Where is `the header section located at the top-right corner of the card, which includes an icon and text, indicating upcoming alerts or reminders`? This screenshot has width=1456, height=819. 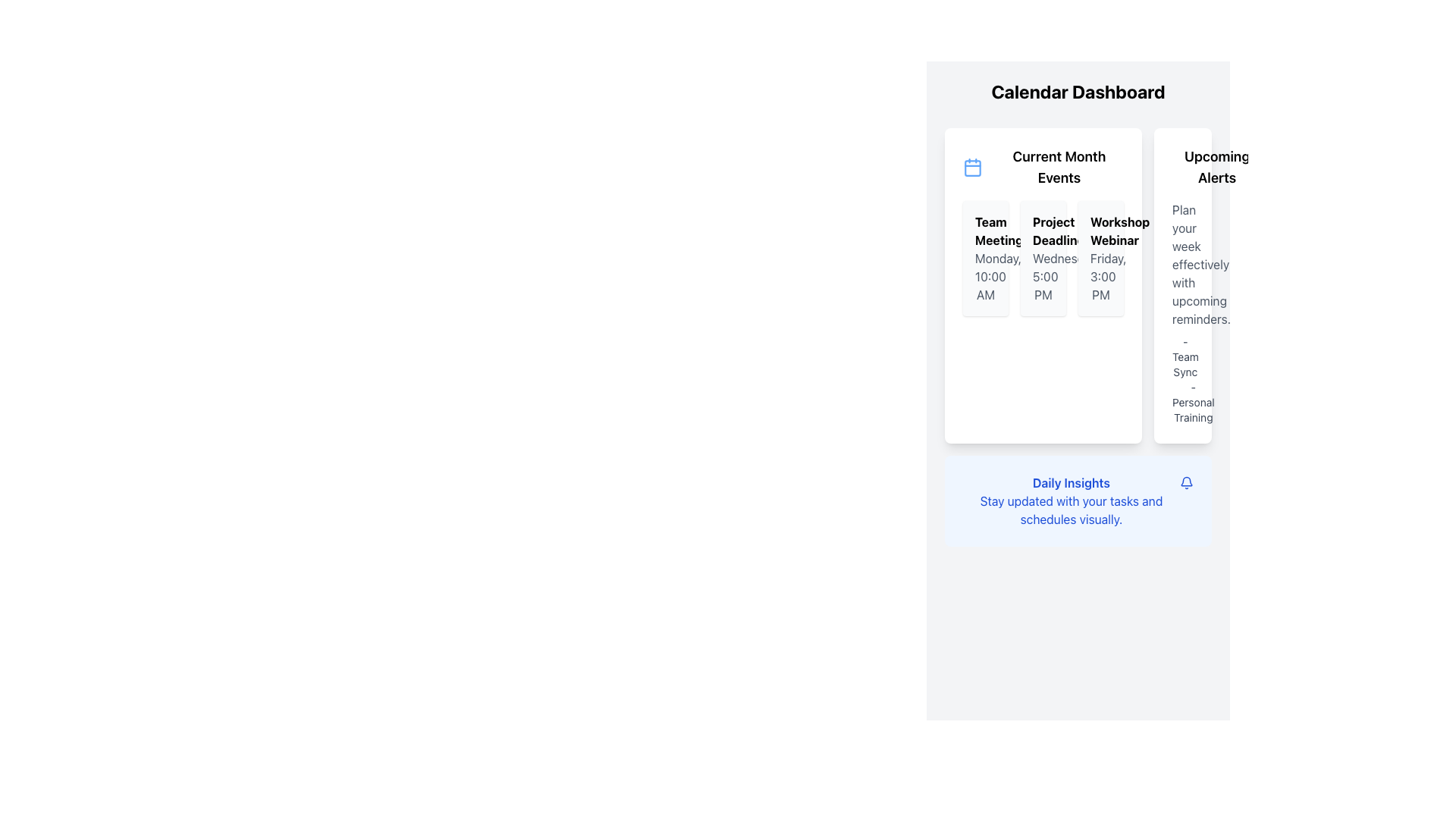 the header section located at the top-right corner of the card, which includes an icon and text, indicating upcoming alerts or reminders is located at coordinates (1182, 167).